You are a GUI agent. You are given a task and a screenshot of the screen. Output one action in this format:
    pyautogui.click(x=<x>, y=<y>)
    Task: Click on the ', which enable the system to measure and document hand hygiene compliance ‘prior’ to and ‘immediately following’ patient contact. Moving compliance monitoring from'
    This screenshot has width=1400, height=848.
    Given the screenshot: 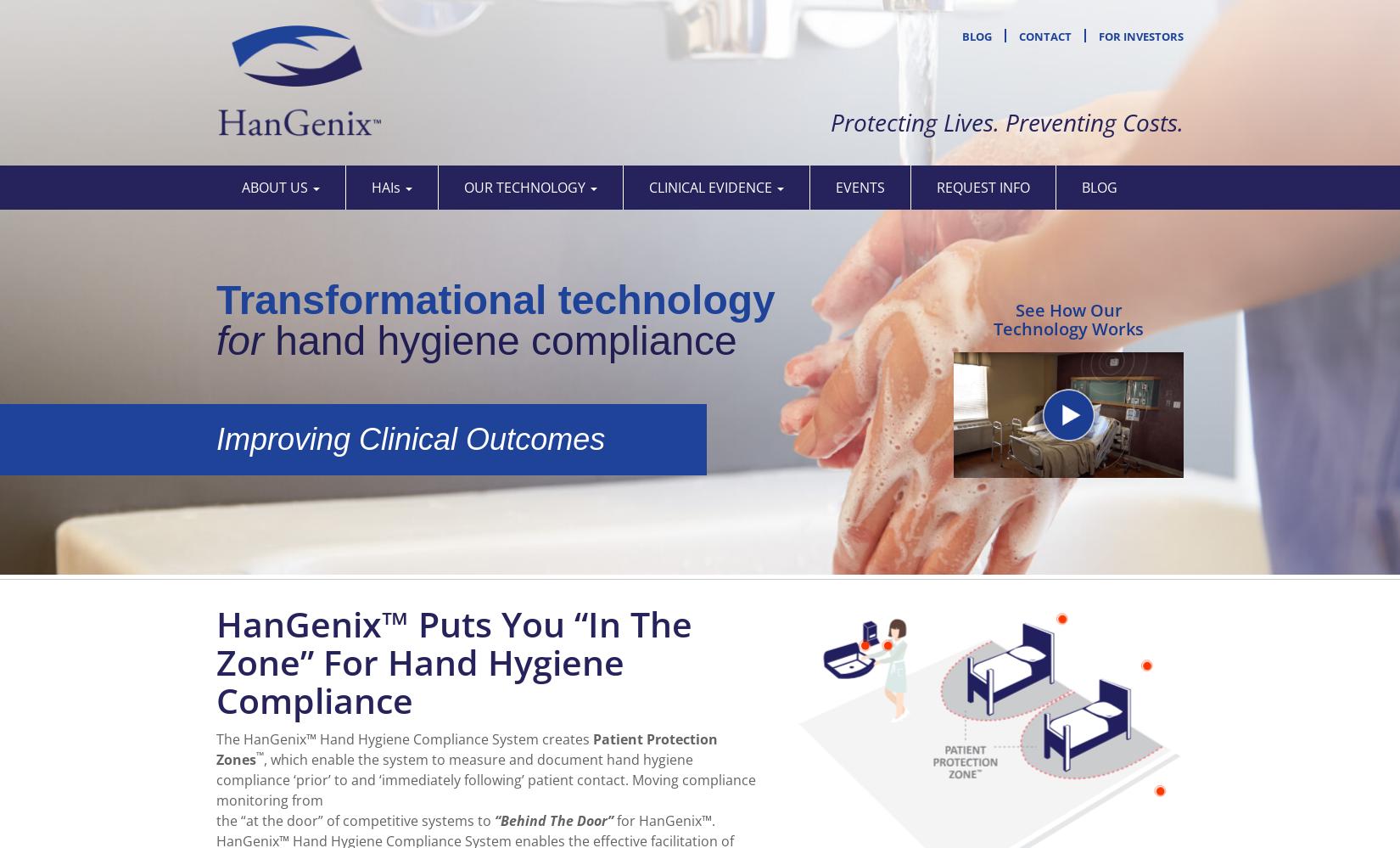 What is the action you would take?
    pyautogui.click(x=485, y=778)
    